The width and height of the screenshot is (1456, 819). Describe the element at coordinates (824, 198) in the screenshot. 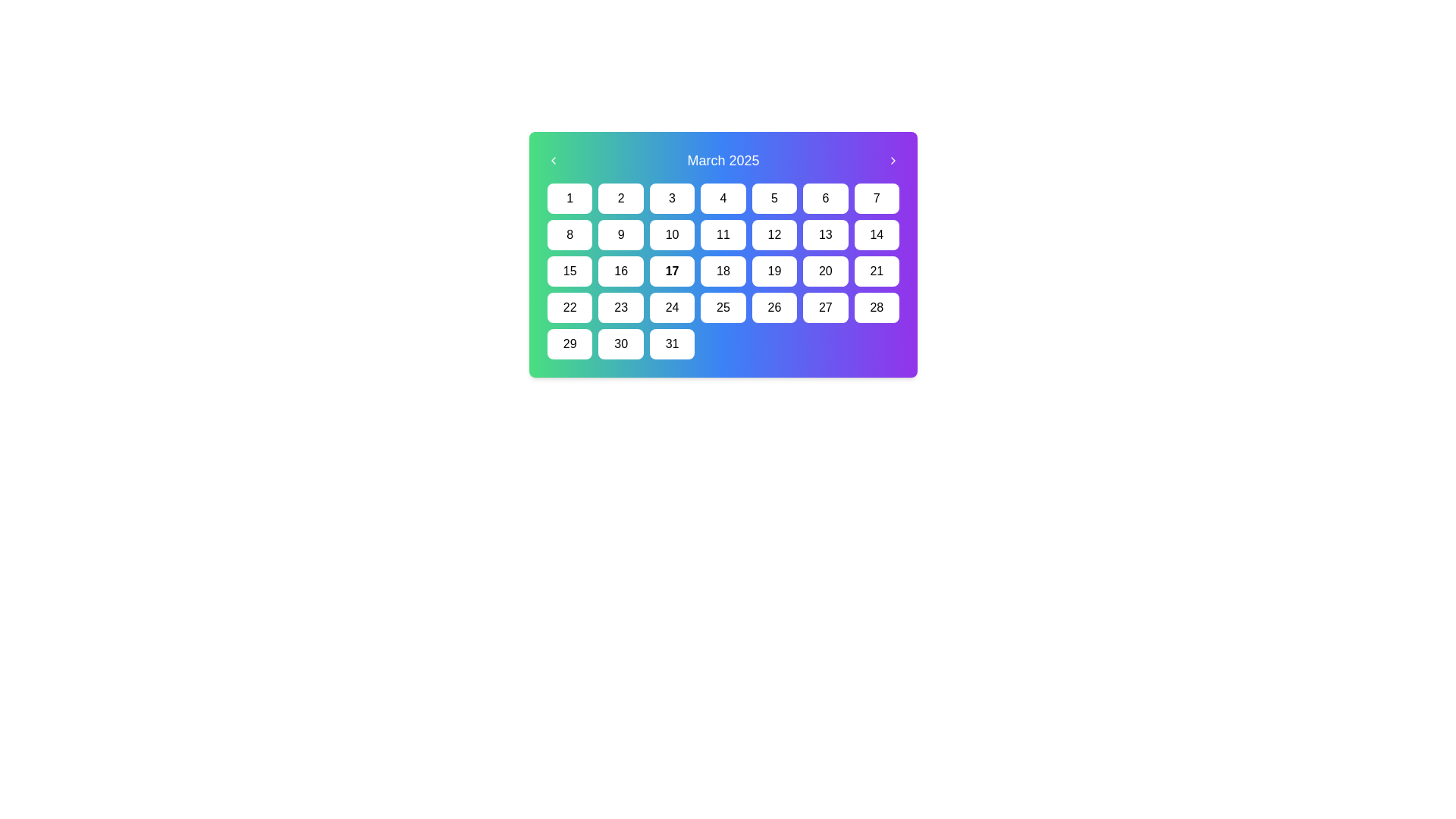

I see `the calendar date button representing the 6th day in the top row of the calendar grid` at that location.